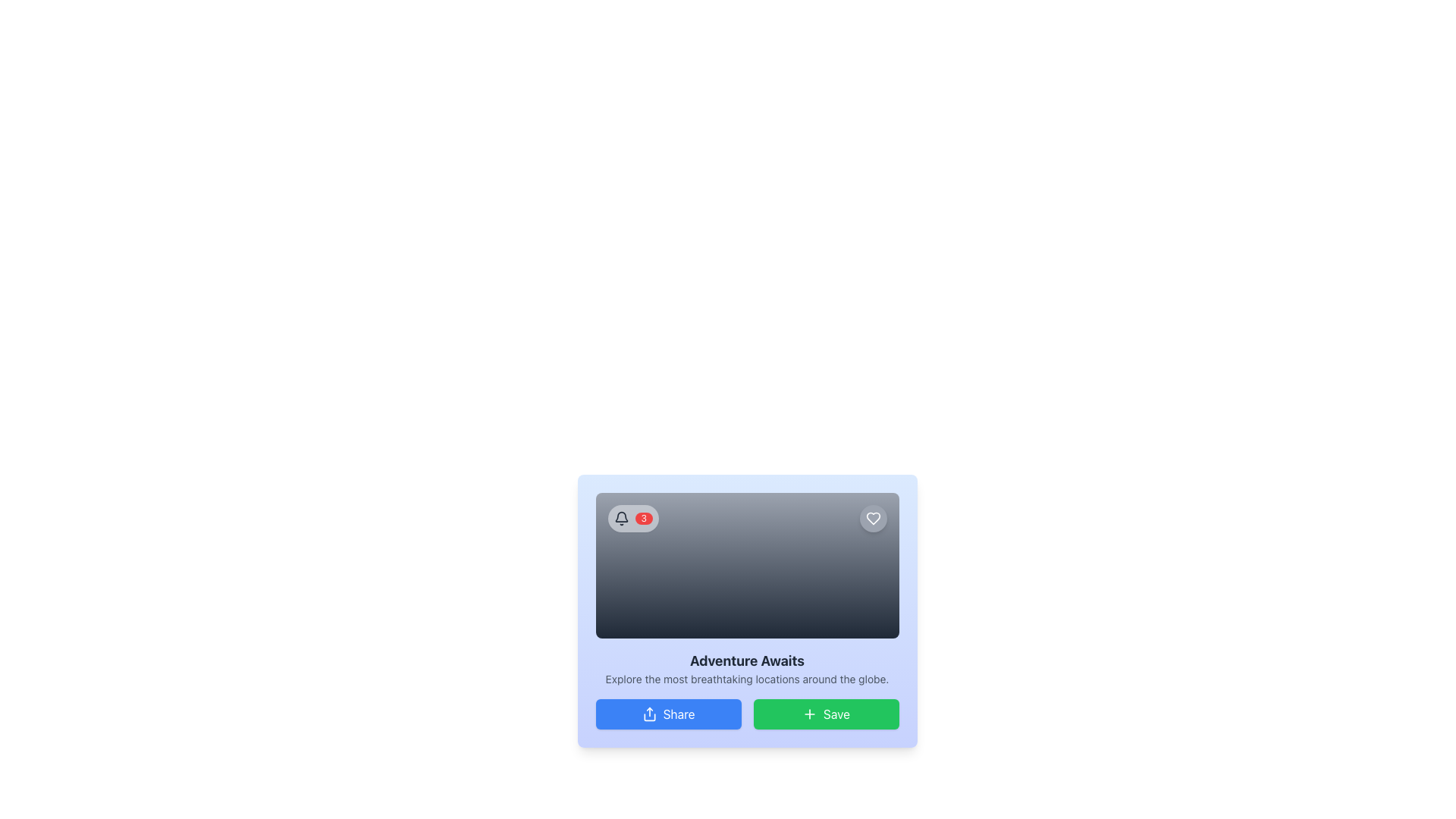 The width and height of the screenshot is (1456, 819). Describe the element at coordinates (667, 714) in the screenshot. I see `the share button located at the bottom of the card component` at that location.